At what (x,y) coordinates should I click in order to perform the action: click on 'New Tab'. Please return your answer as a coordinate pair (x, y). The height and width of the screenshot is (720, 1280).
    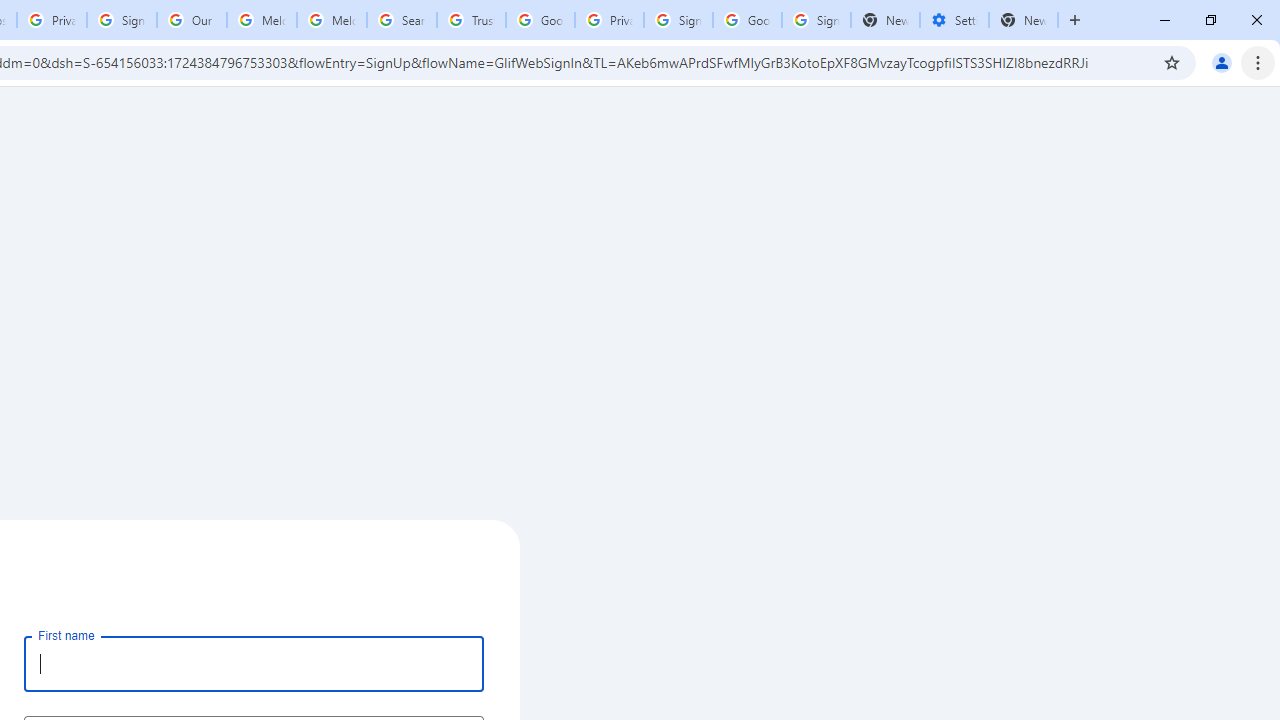
    Looking at the image, I should click on (1024, 20).